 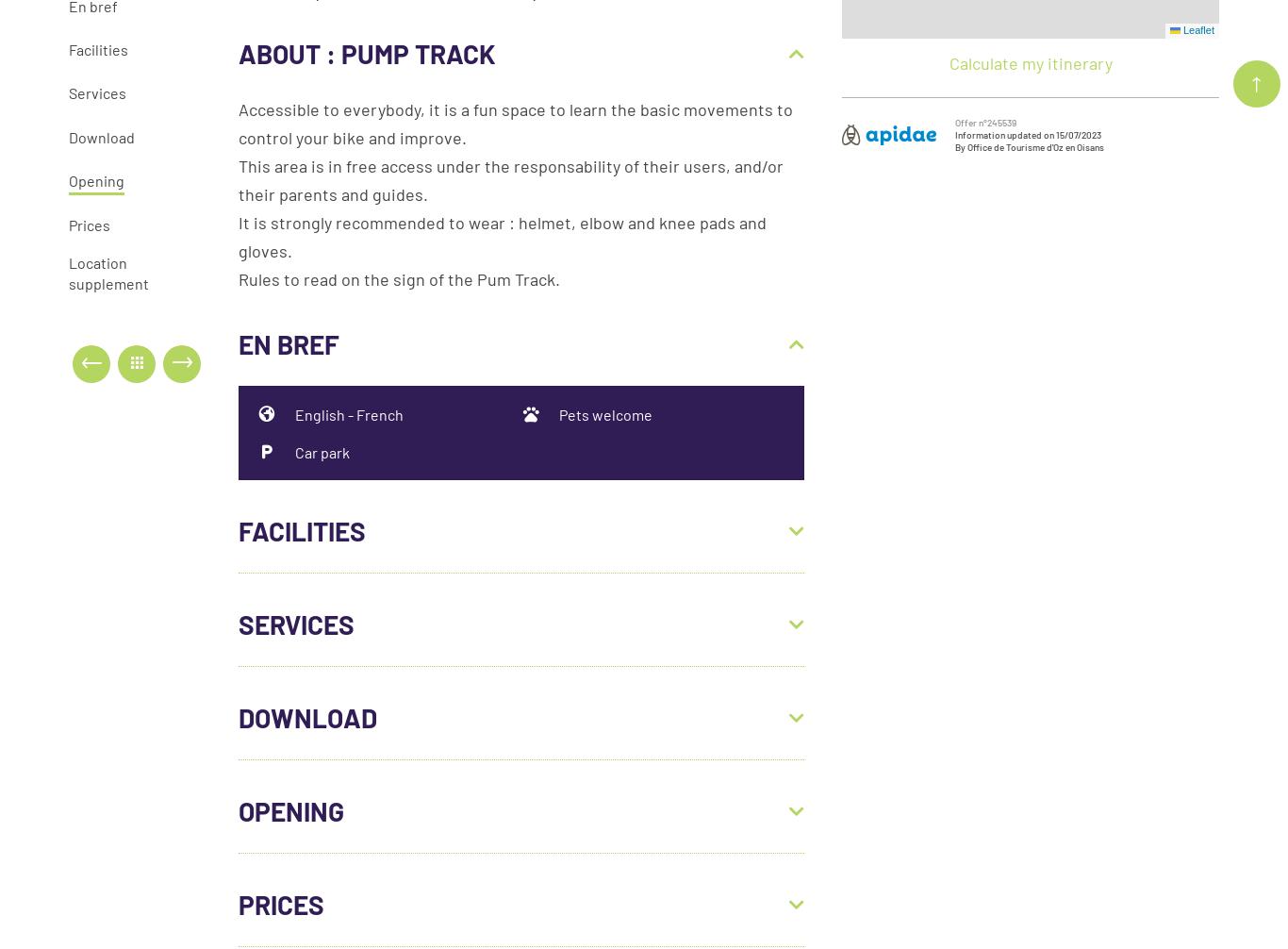 I want to click on 'English - French', so click(x=294, y=412).